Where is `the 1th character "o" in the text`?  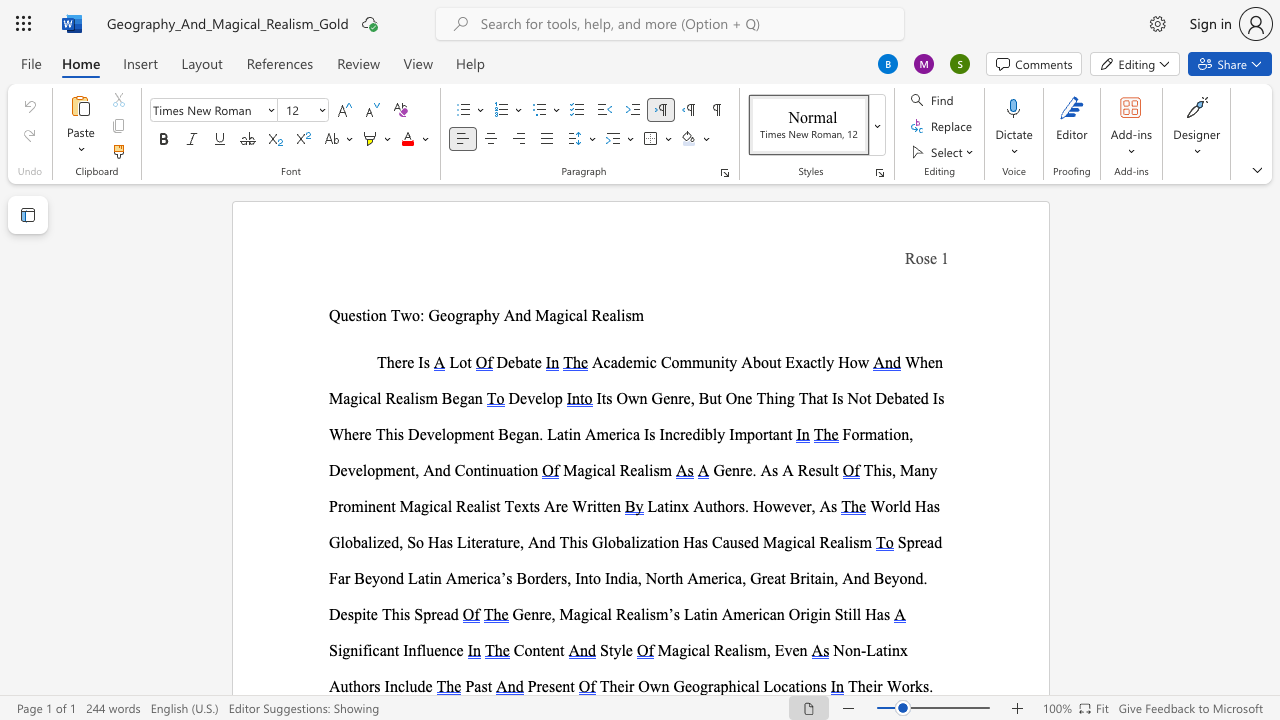 the 1th character "o" in the text is located at coordinates (904, 685).